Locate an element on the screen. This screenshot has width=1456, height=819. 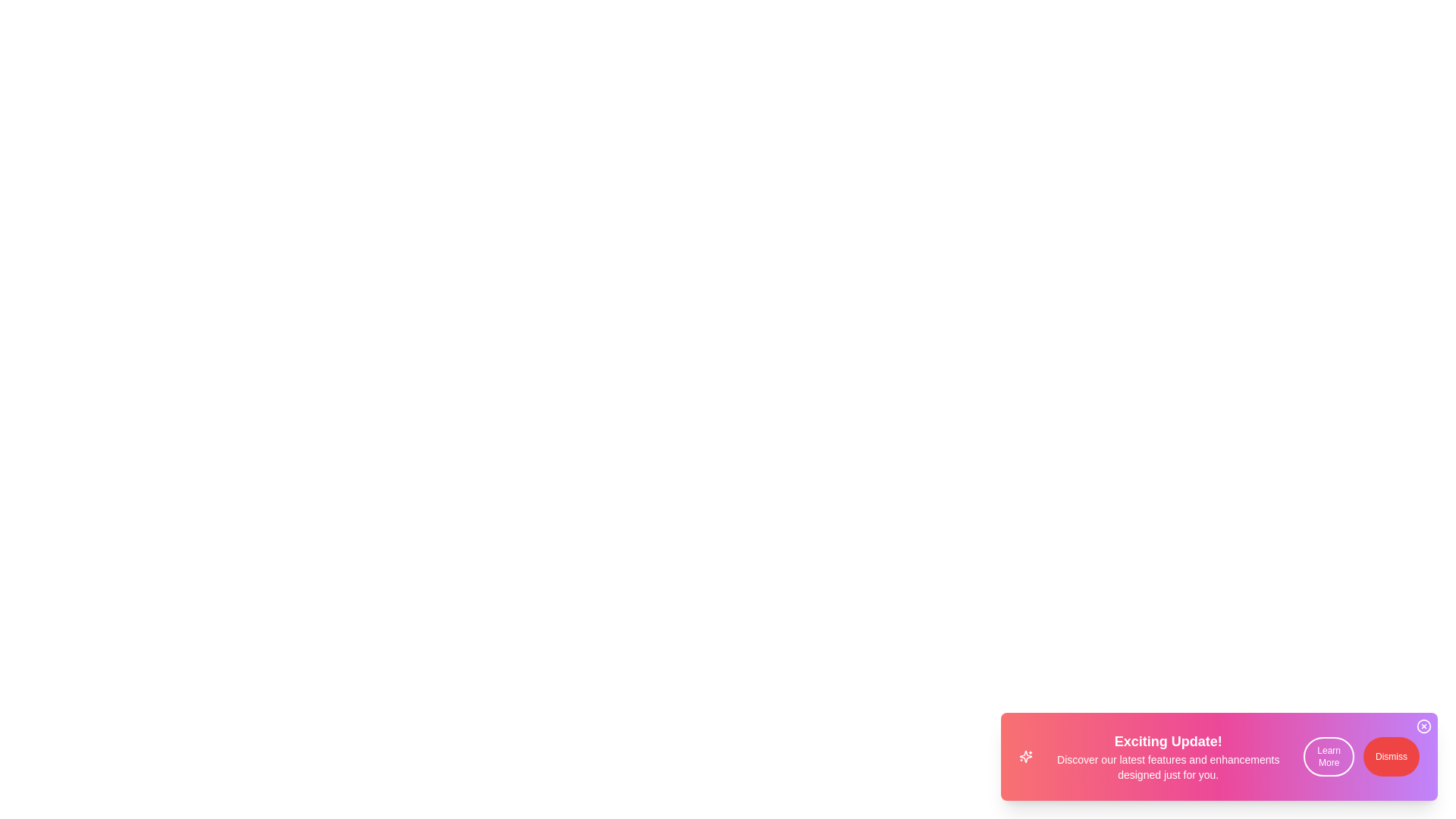
the text content of the VibrantSnackbar component is located at coordinates (1043, 730).